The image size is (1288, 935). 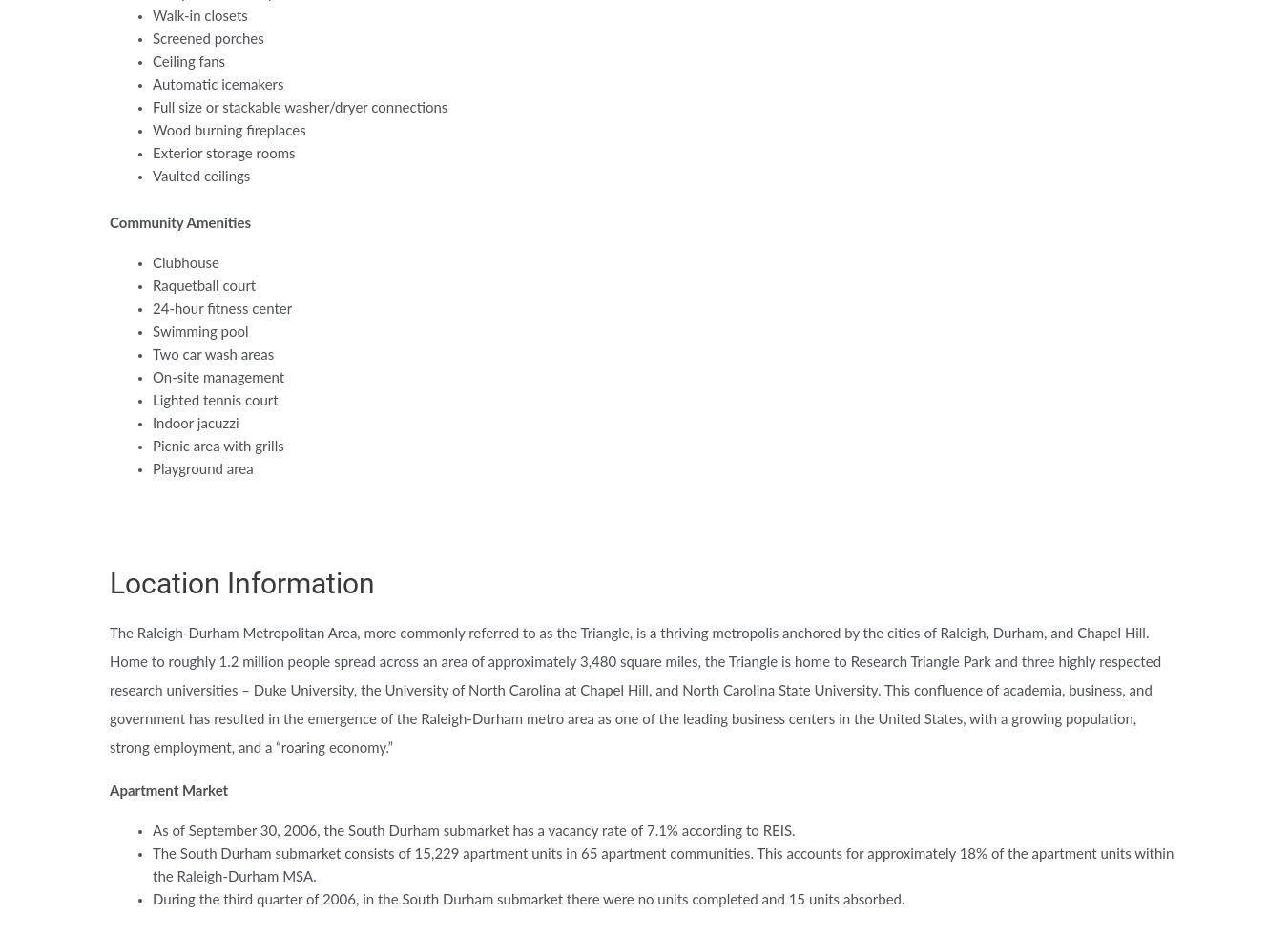 I want to click on 'The South Durham submarket consists of 15,229 apartment units in 65 apartment communities. This accounts for approximately 18% of the apartment units within the Raleigh-Durham MSA.', so click(x=661, y=865).